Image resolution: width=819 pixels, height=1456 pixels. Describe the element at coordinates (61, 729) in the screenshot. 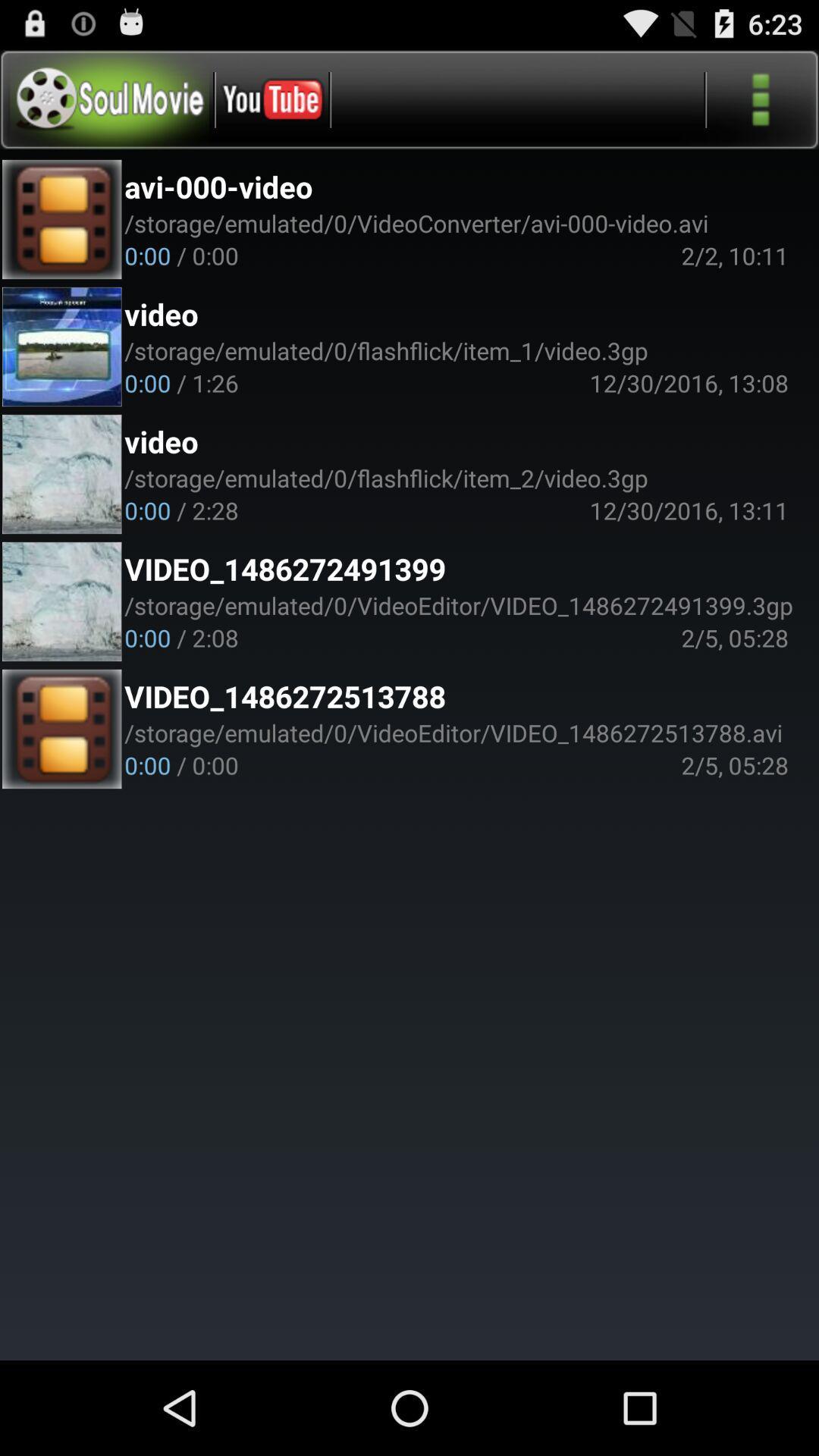

I see `the image from bottom left side of the web page` at that location.